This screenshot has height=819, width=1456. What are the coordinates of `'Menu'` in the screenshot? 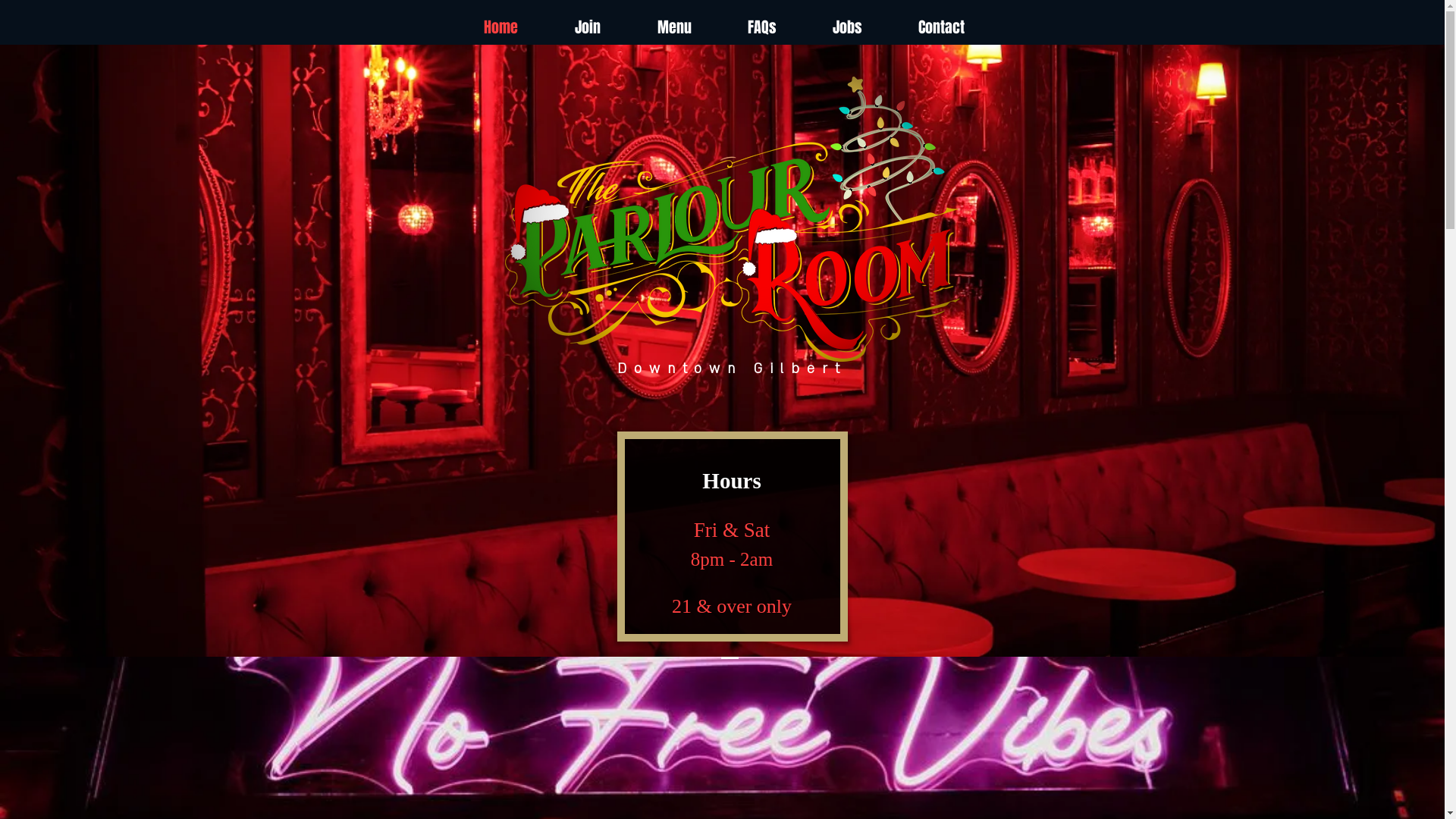 It's located at (629, 27).